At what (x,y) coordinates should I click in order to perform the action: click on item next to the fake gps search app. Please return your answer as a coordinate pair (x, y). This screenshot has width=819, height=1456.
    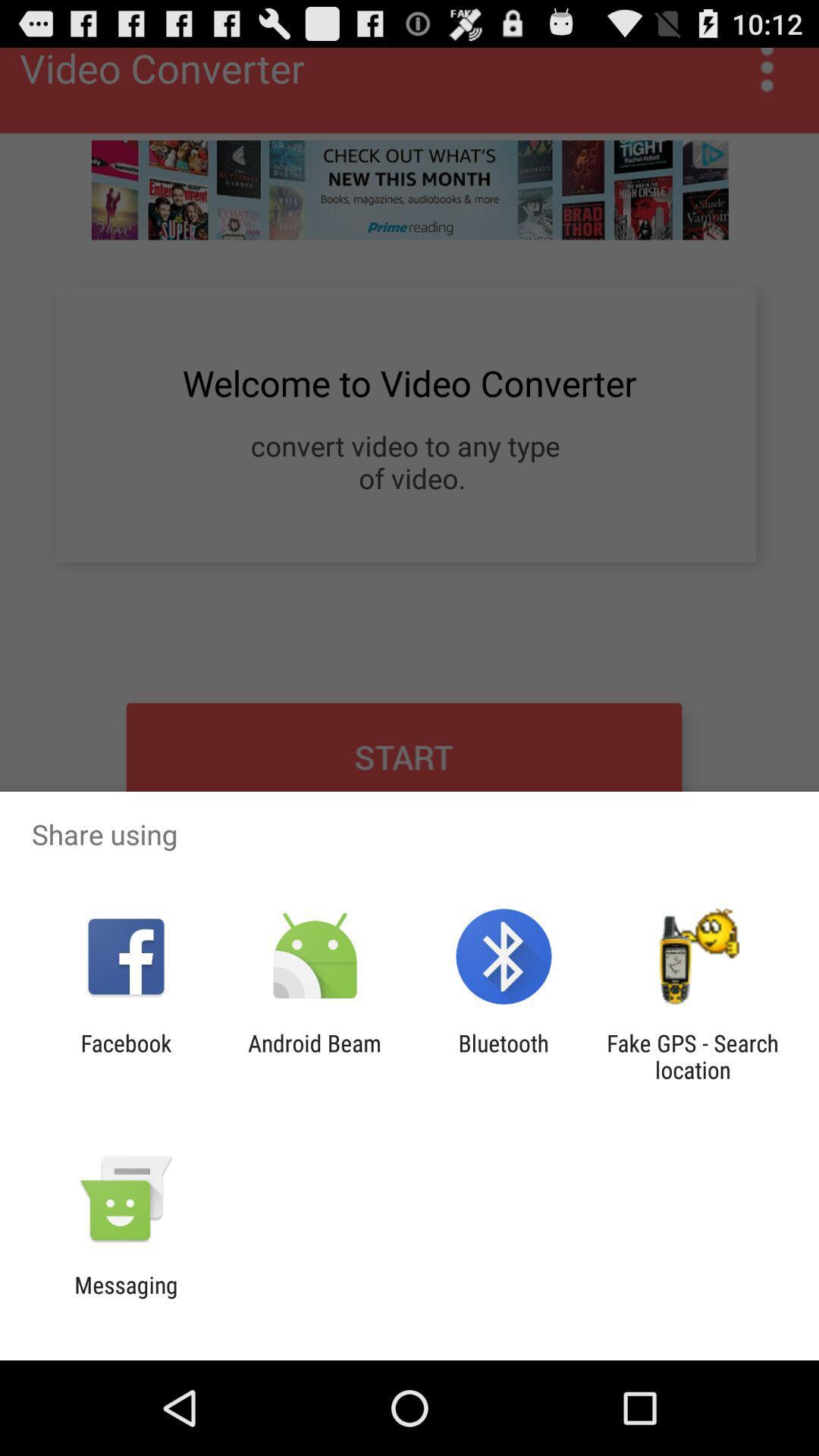
    Looking at the image, I should click on (504, 1056).